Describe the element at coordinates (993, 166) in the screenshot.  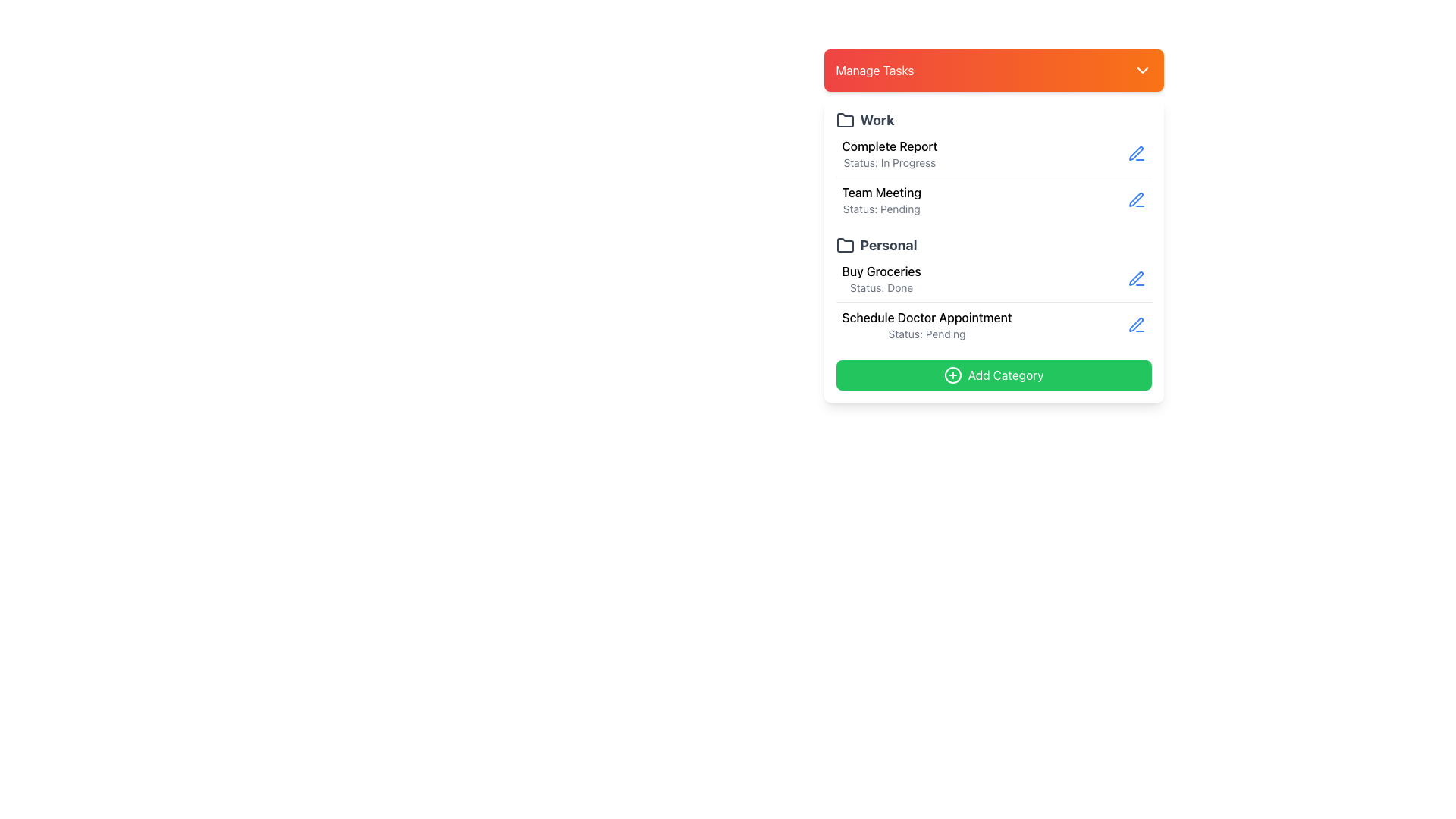
I see `the section containing the tasks 'Complete Report' and 'Team Meeting' under the 'Work' category in the 'Manage Tasks' panel` at that location.